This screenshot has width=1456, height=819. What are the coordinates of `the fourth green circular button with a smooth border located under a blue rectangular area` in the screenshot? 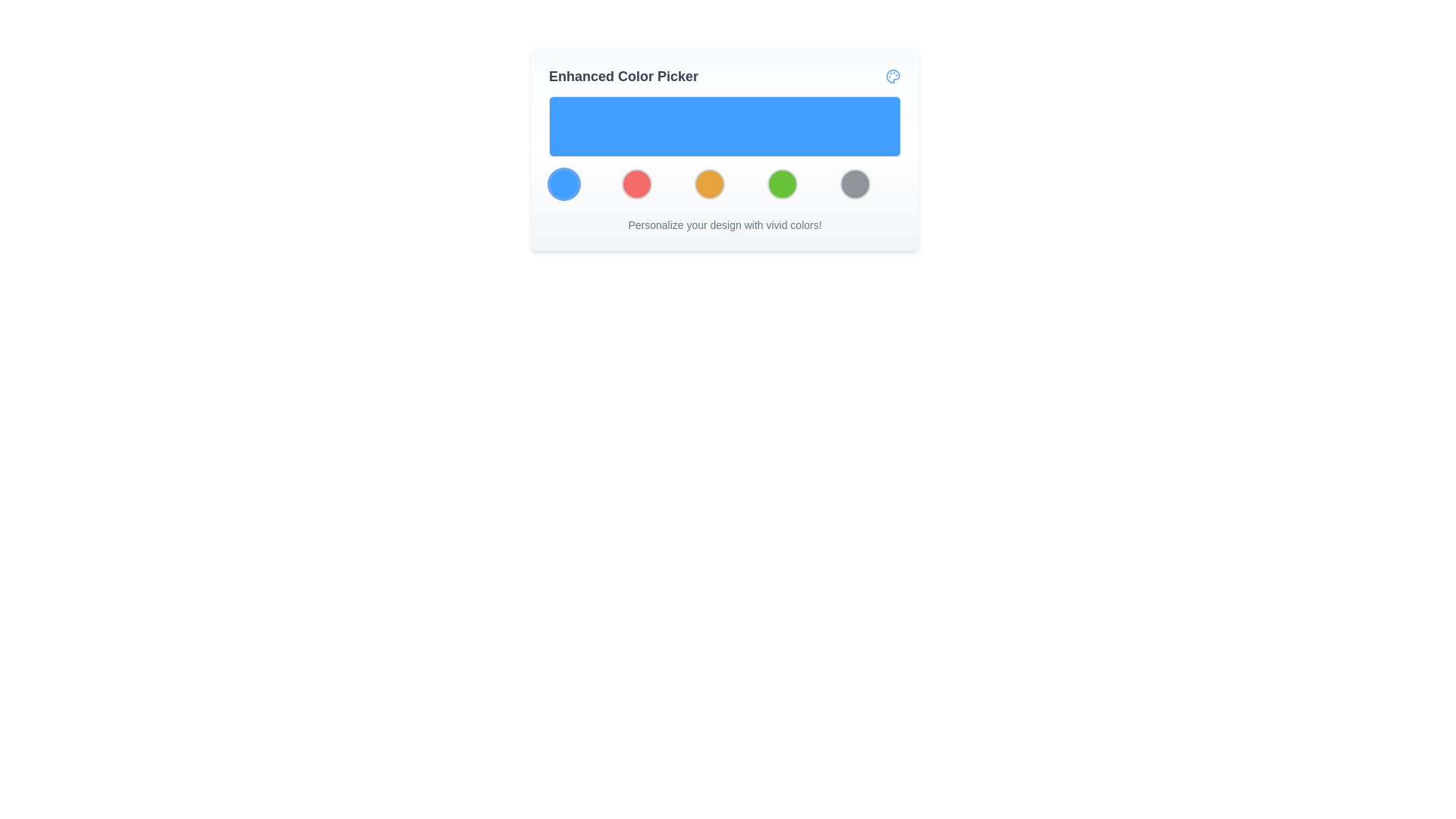 It's located at (783, 184).